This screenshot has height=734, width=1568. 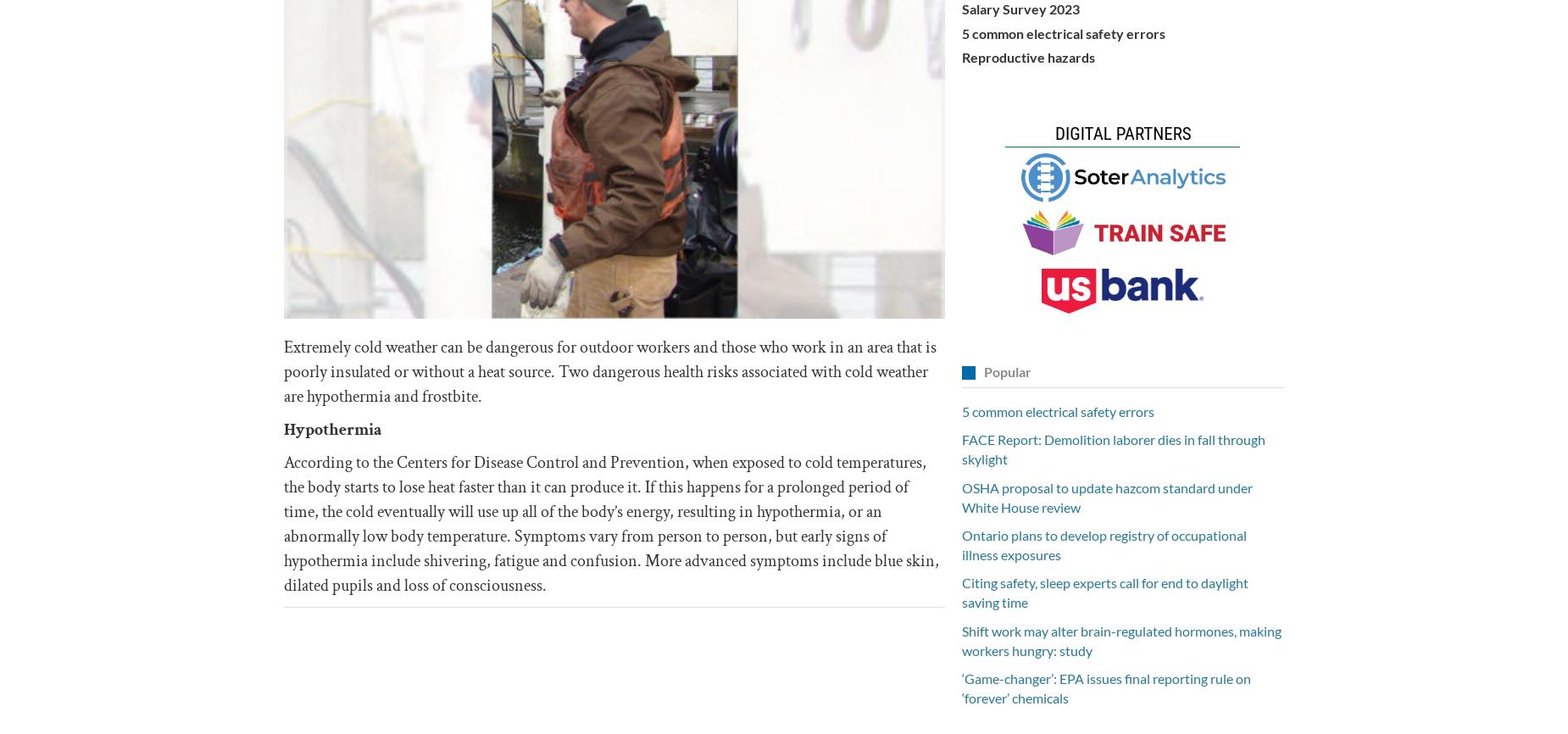 What do you see at coordinates (1027, 56) in the screenshot?
I see `'Reproductive hazards'` at bounding box center [1027, 56].